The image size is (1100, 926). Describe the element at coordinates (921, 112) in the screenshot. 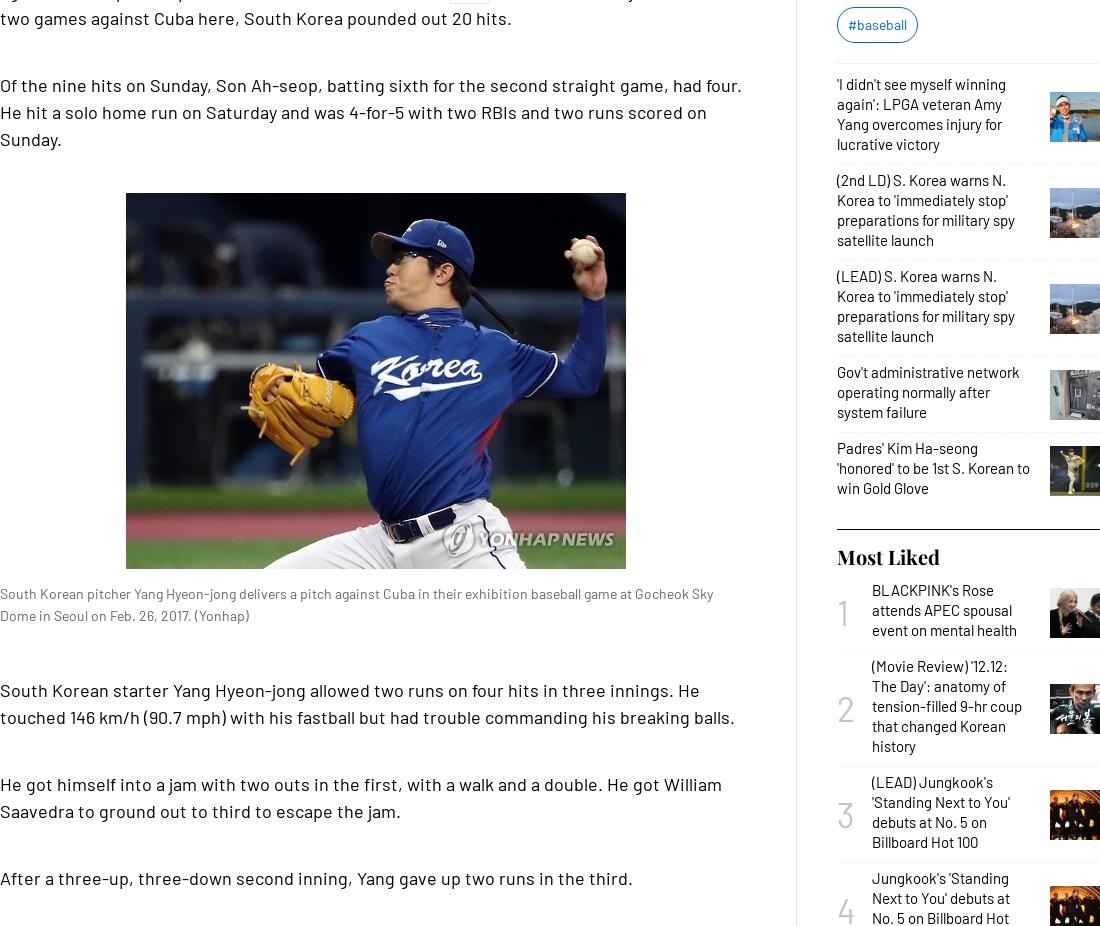

I see `''I didn't see myself winning again': LPGA veteran Amy Yang overcomes injury for lucrative victory'` at that location.